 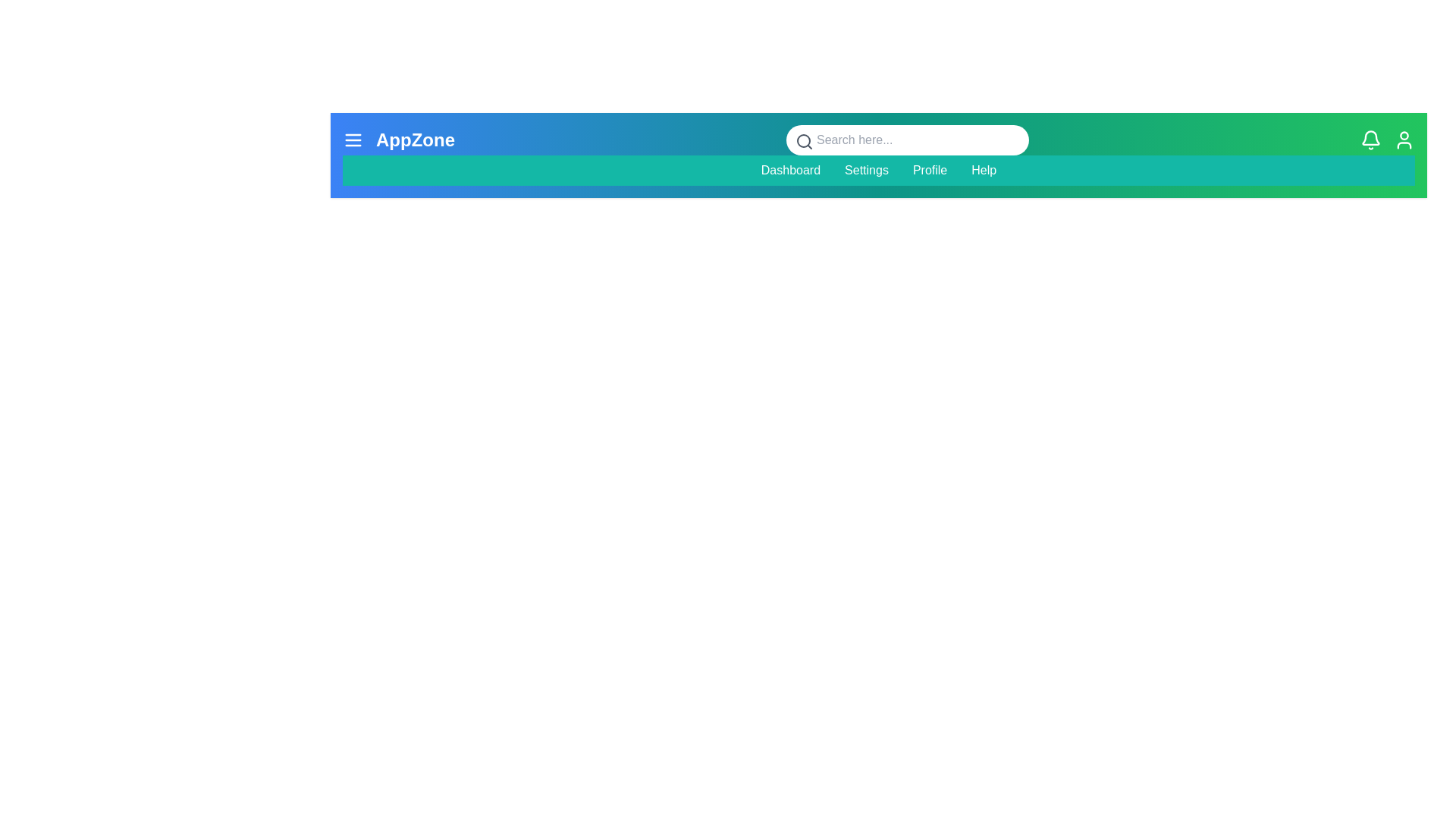 What do you see at coordinates (1371, 140) in the screenshot?
I see `the bell icon to access notifications` at bounding box center [1371, 140].